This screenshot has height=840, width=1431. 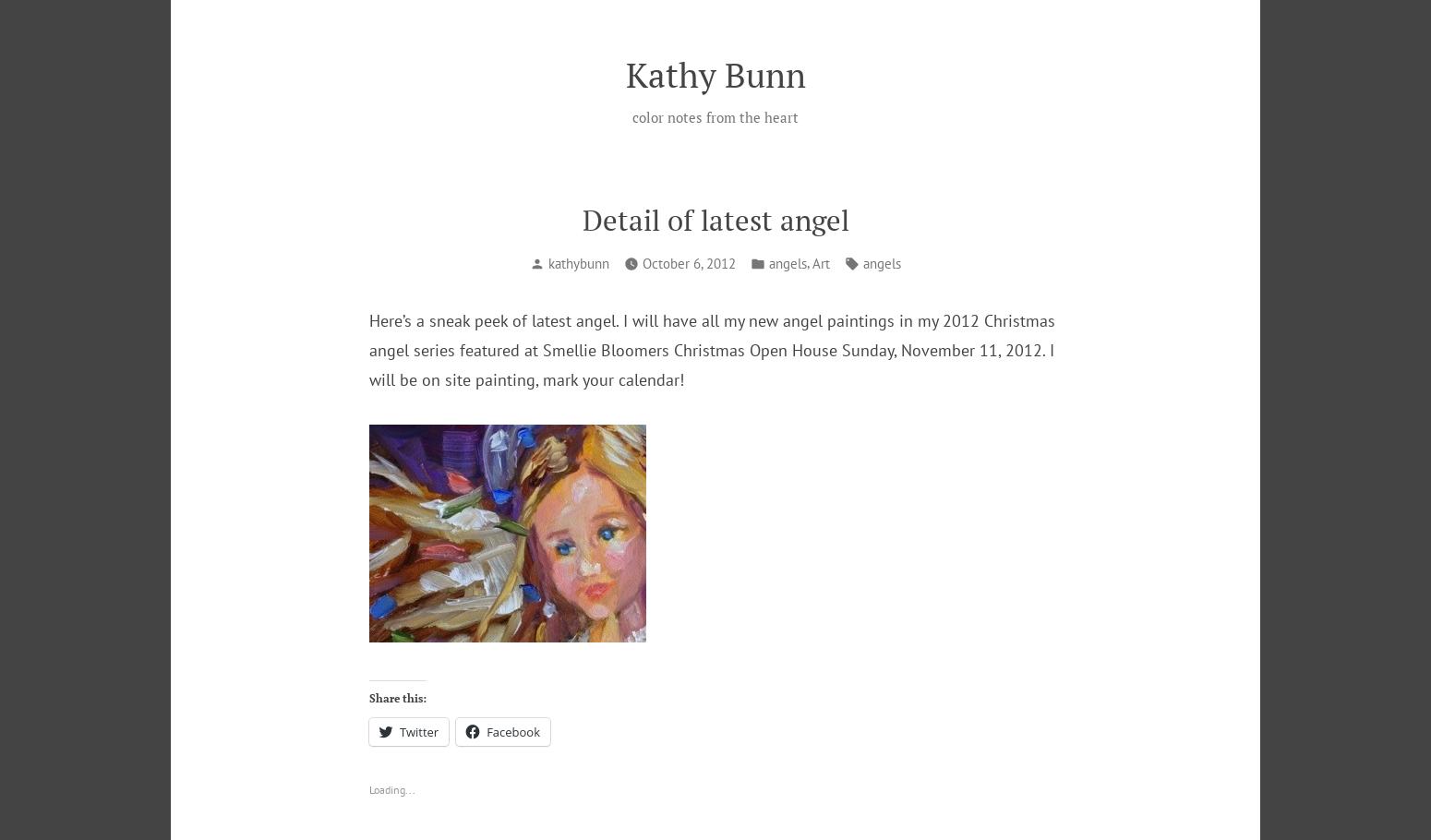 I want to click on 'Facebook', so click(x=512, y=730).